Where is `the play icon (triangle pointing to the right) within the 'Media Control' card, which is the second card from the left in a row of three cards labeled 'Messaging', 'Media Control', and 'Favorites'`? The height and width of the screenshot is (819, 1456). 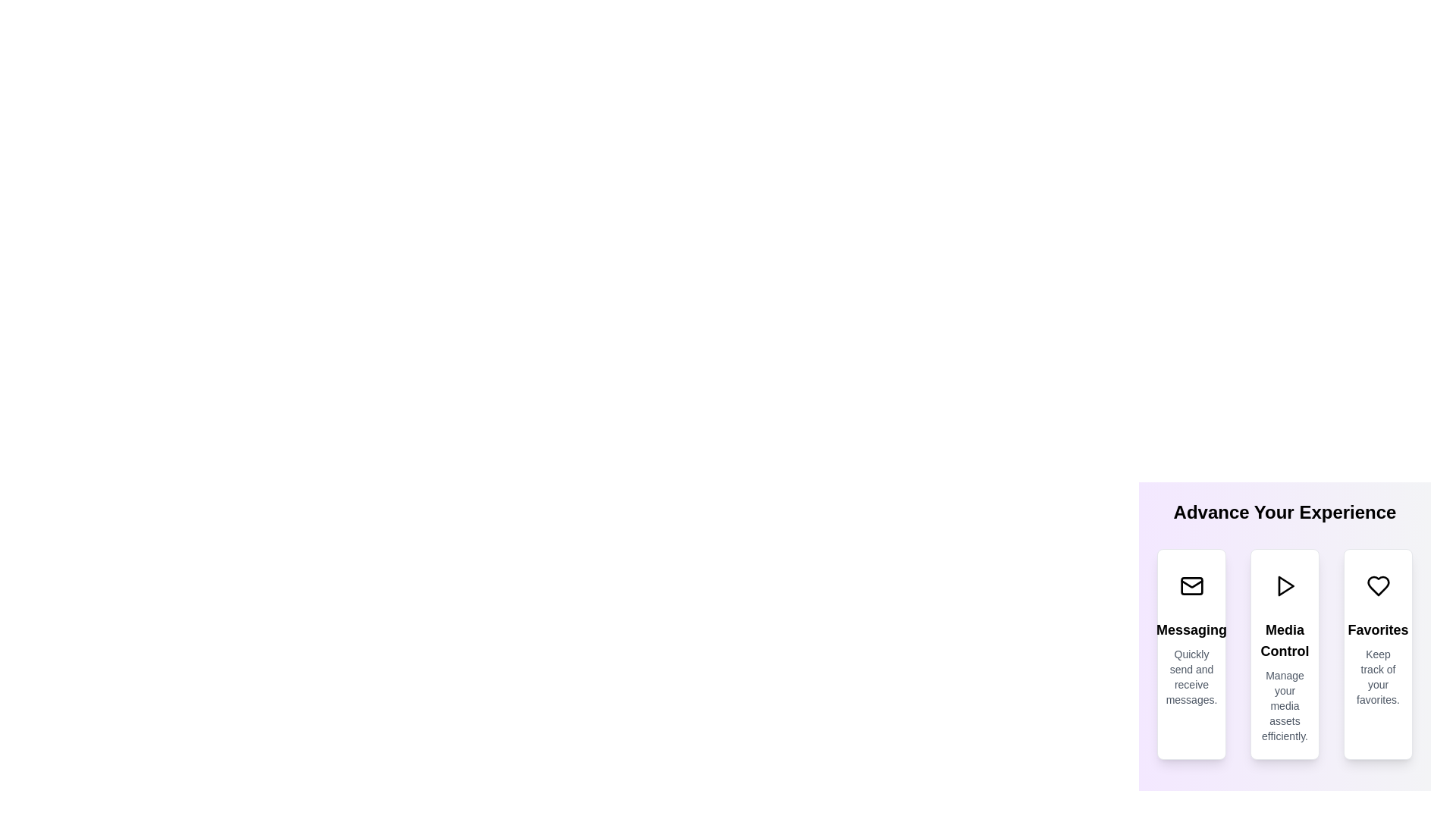 the play icon (triangle pointing to the right) within the 'Media Control' card, which is the second card from the left in a row of three cards labeled 'Messaging', 'Media Control', and 'Favorites' is located at coordinates (1285, 585).